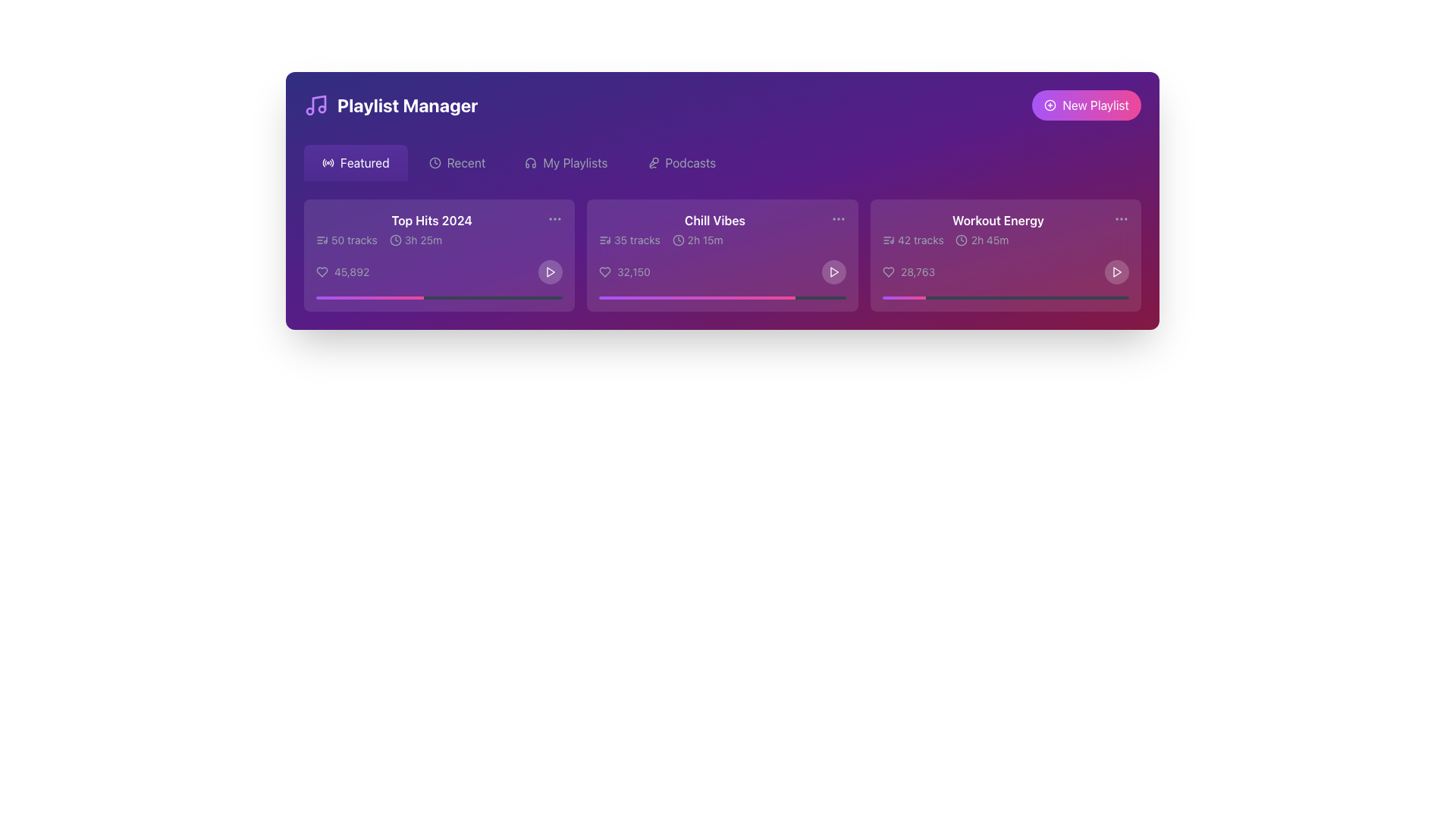  What do you see at coordinates (696, 298) in the screenshot?
I see `the partially filled progress bar segment with a gradient fill from purple to pink, located in the middle of the 'Chill Vibes' playlist card` at bounding box center [696, 298].